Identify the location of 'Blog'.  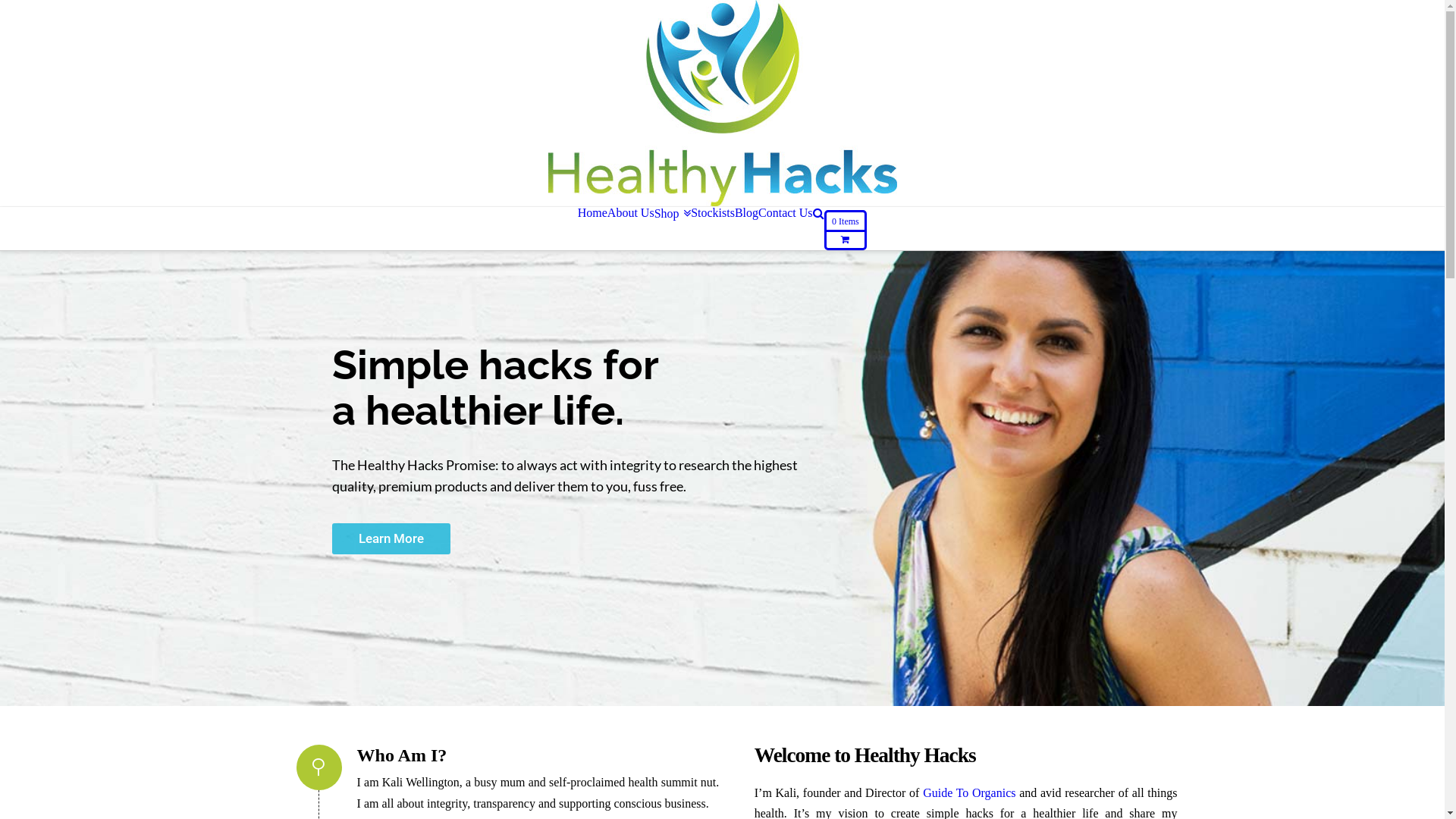
(735, 213).